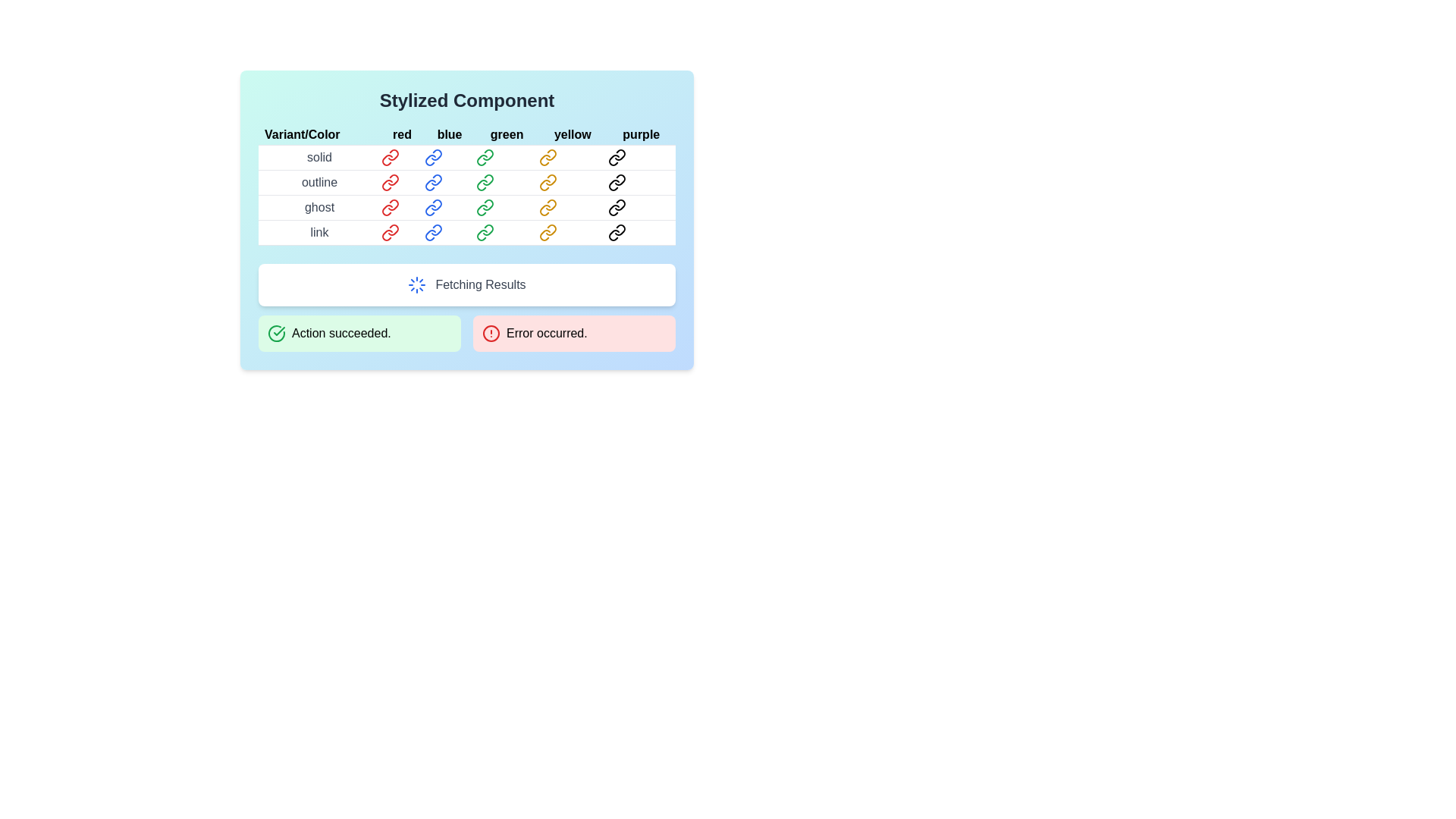 The image size is (1456, 819). I want to click on first row of the table which displays links with a 'solid' style, located under the table header and above other variant rows, so click(466, 158).